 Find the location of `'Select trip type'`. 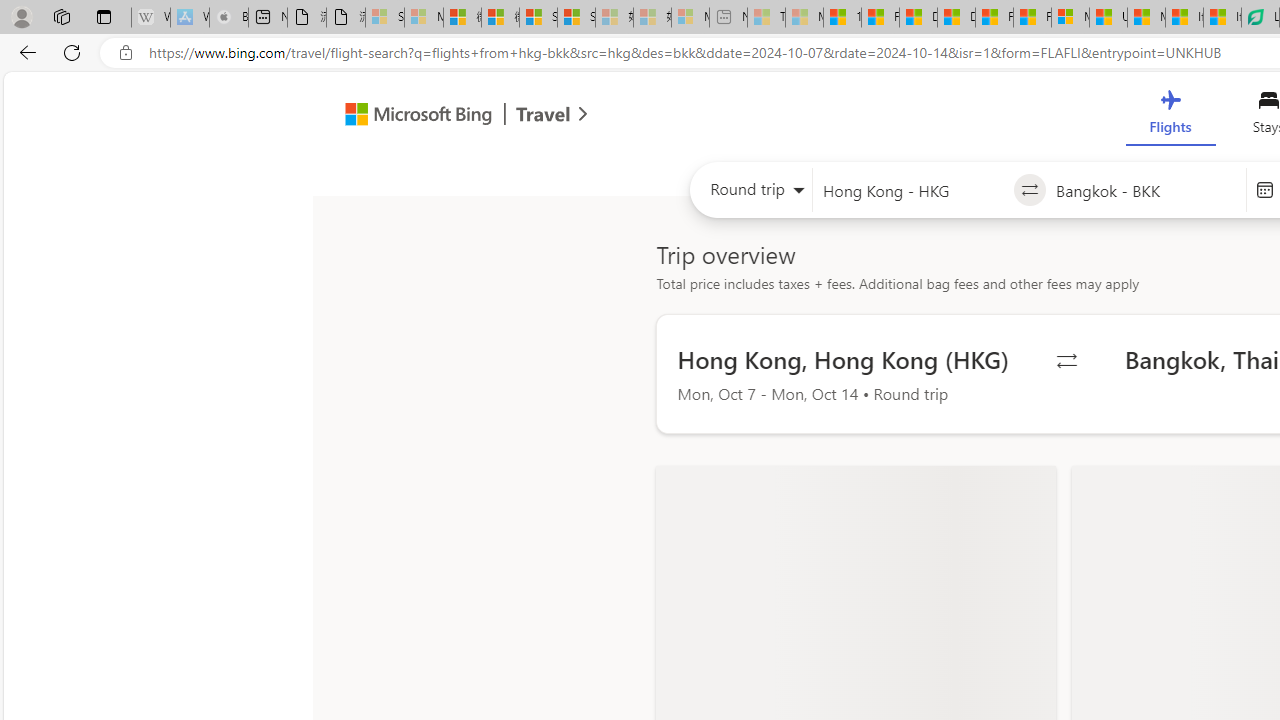

'Select trip type' is located at coordinates (750, 194).